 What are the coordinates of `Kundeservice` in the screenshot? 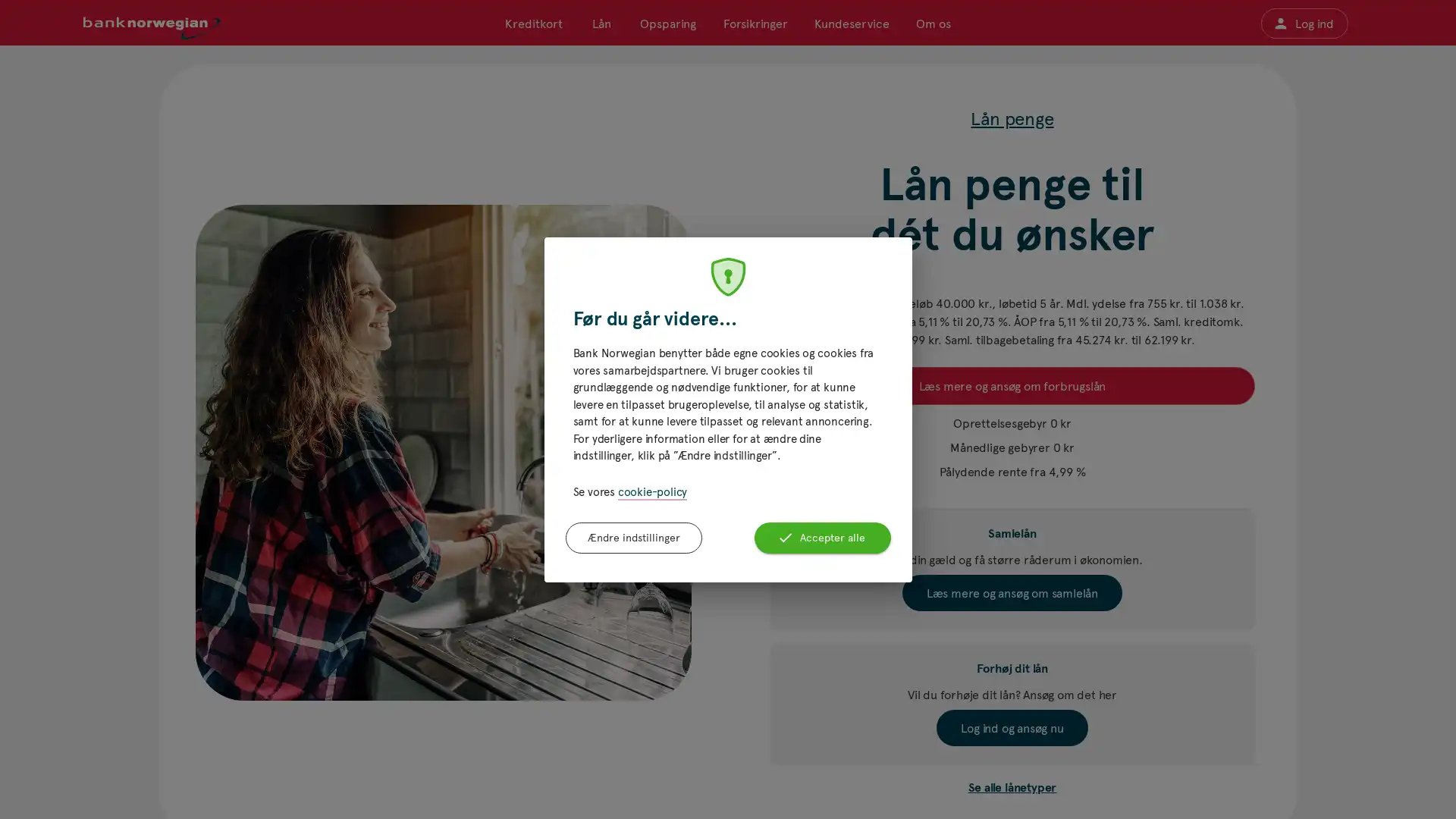 It's located at (851, 23).